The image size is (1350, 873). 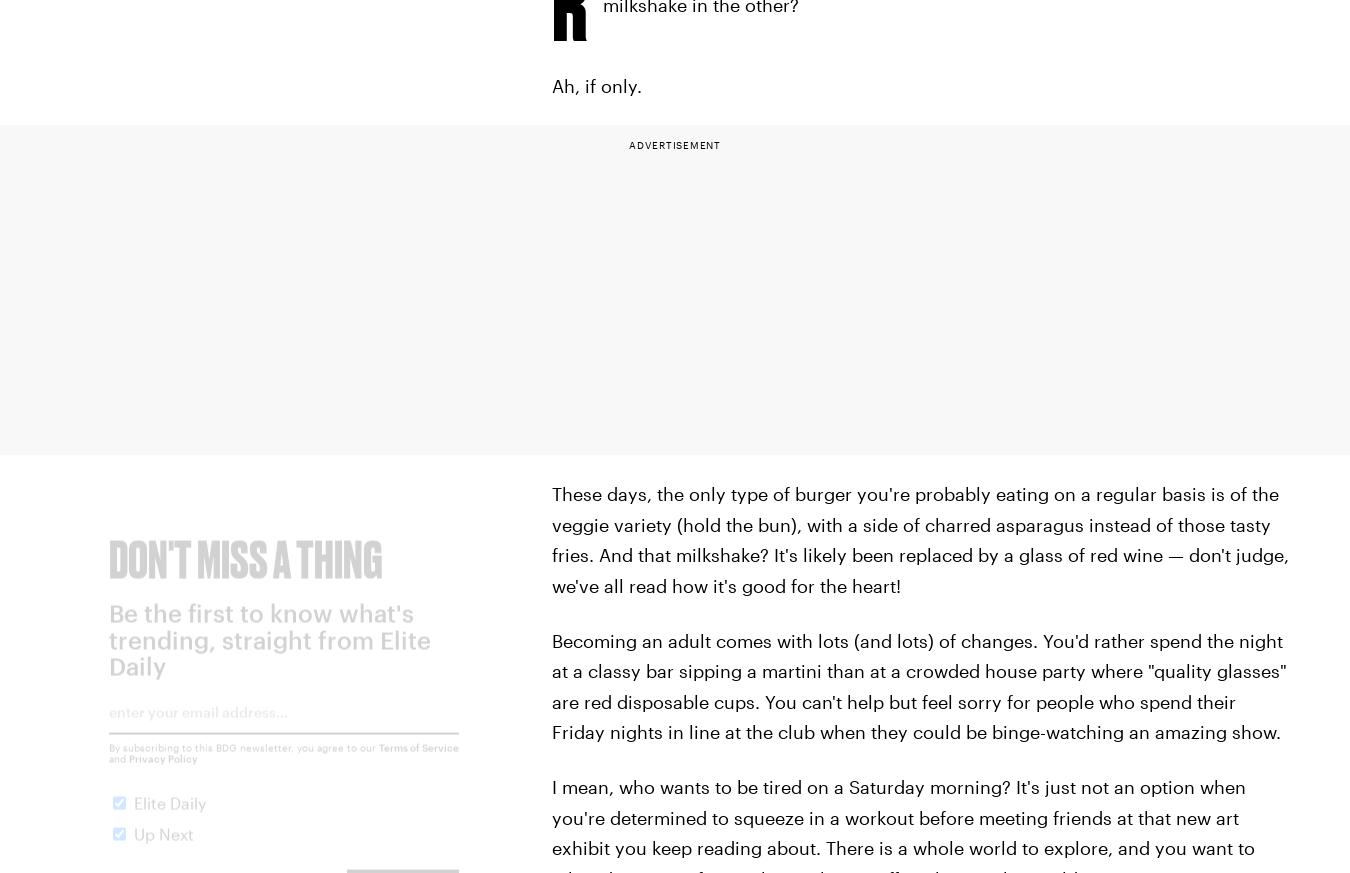 I want to click on 'By subscribing to this BDG newsletter, you agree to our', so click(x=107, y=762).